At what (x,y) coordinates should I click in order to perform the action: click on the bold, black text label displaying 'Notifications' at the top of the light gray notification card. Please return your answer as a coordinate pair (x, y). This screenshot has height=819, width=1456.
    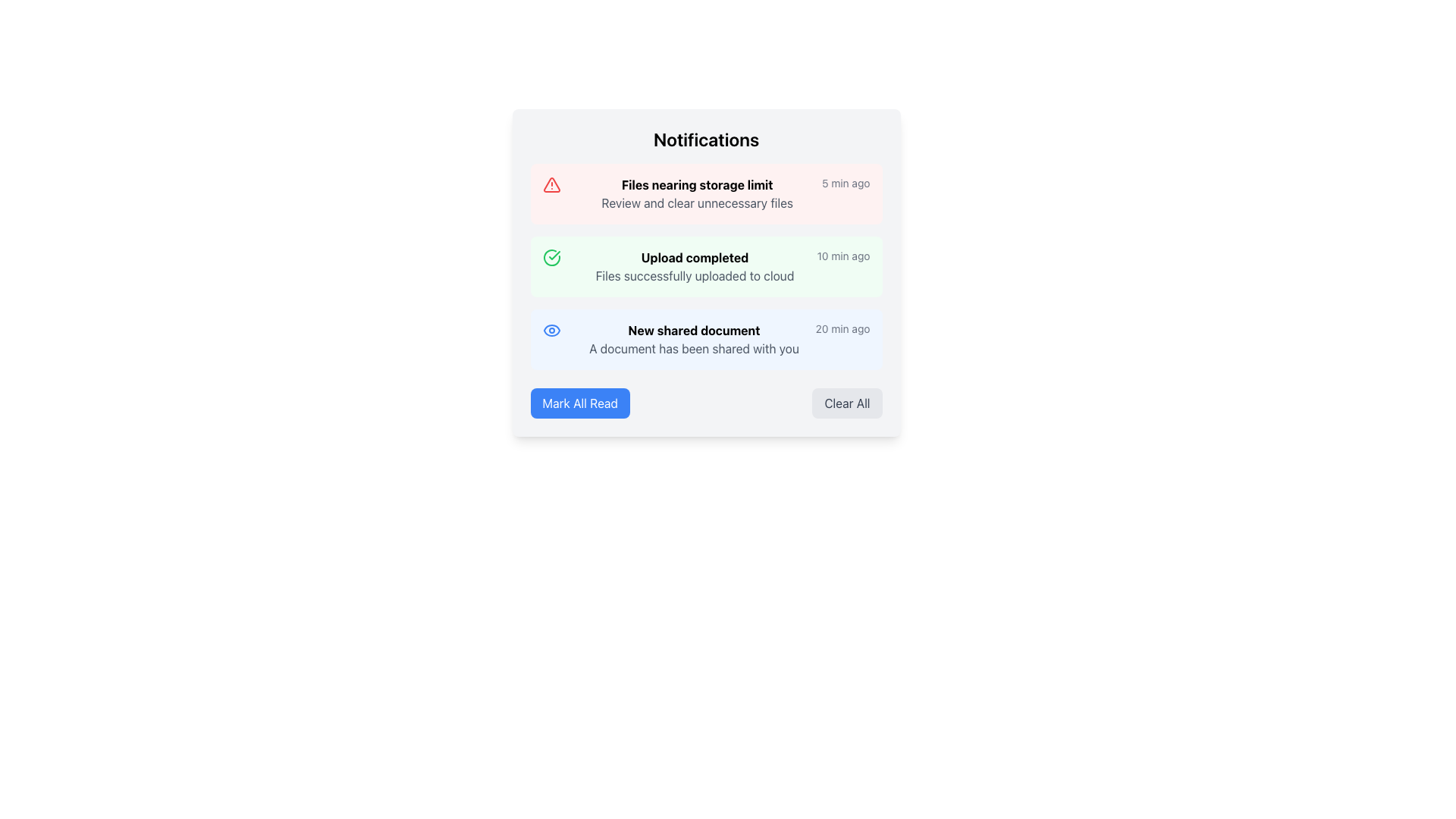
    Looking at the image, I should click on (705, 140).